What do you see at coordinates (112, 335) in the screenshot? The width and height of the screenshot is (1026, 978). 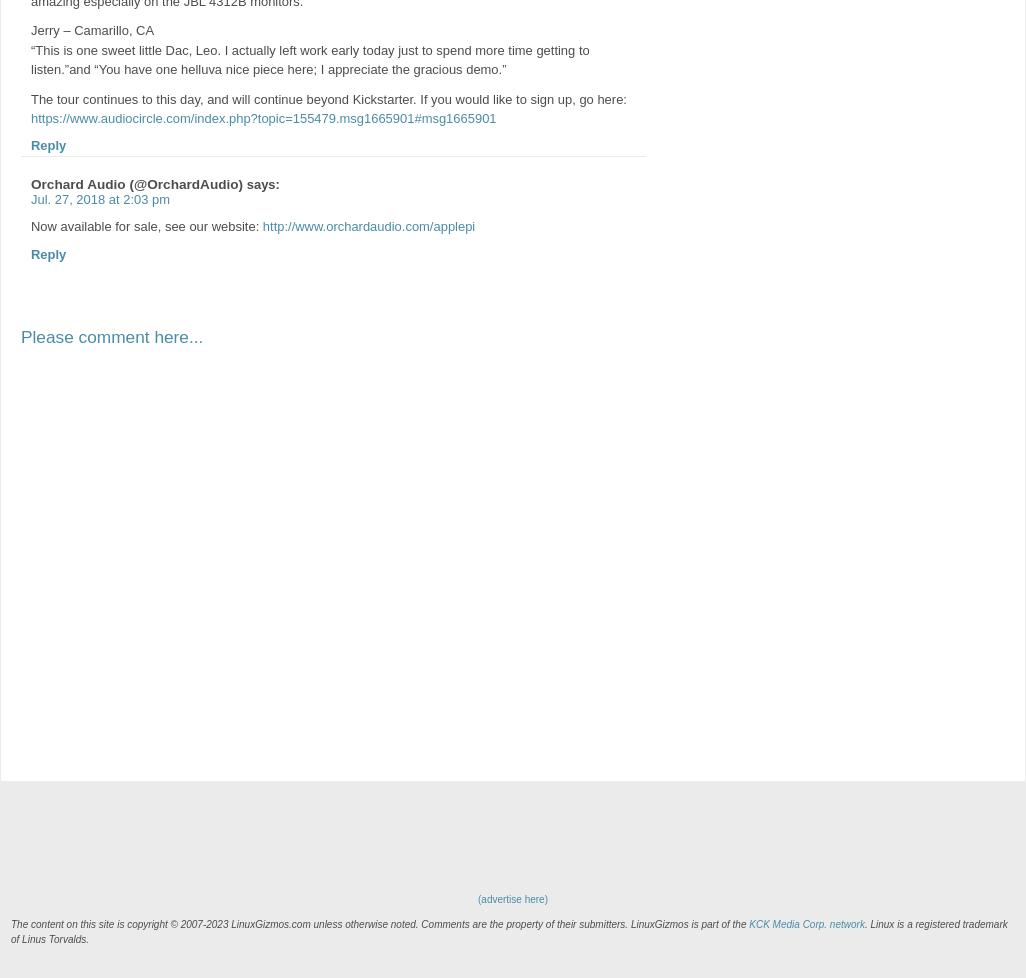 I see `'Please comment here...'` at bounding box center [112, 335].